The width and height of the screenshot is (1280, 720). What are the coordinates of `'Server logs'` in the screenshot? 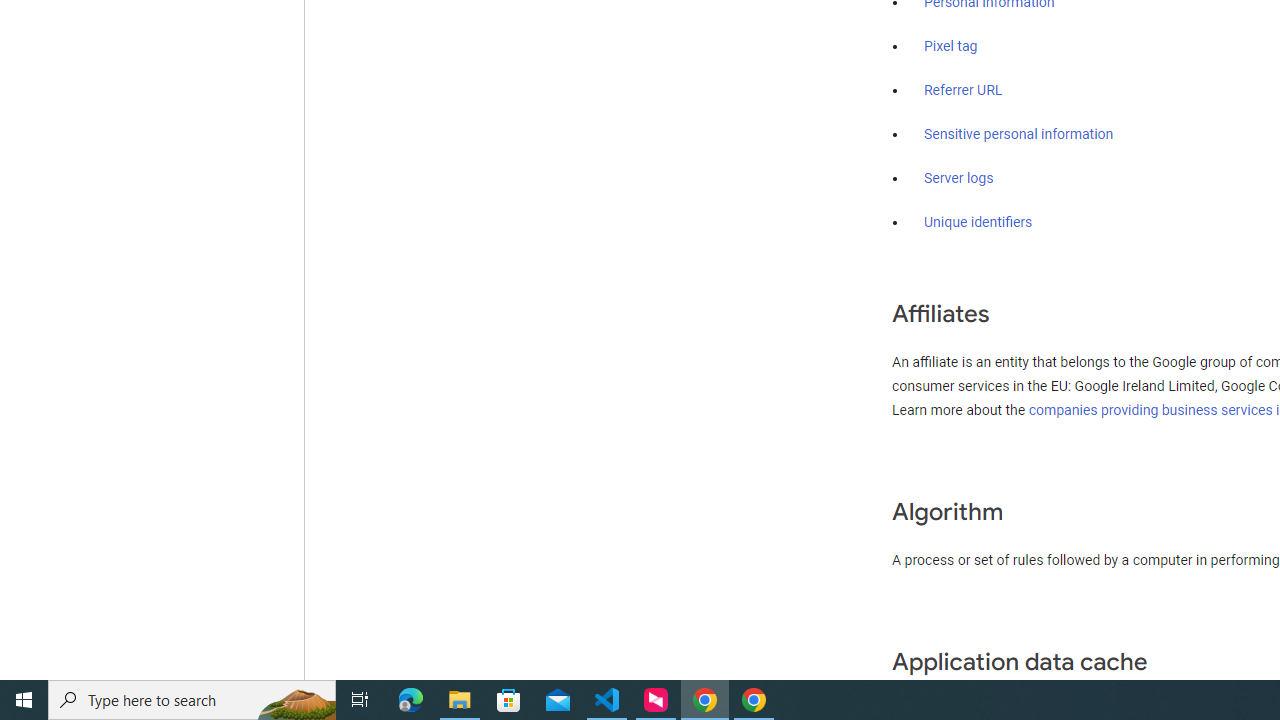 It's located at (958, 177).